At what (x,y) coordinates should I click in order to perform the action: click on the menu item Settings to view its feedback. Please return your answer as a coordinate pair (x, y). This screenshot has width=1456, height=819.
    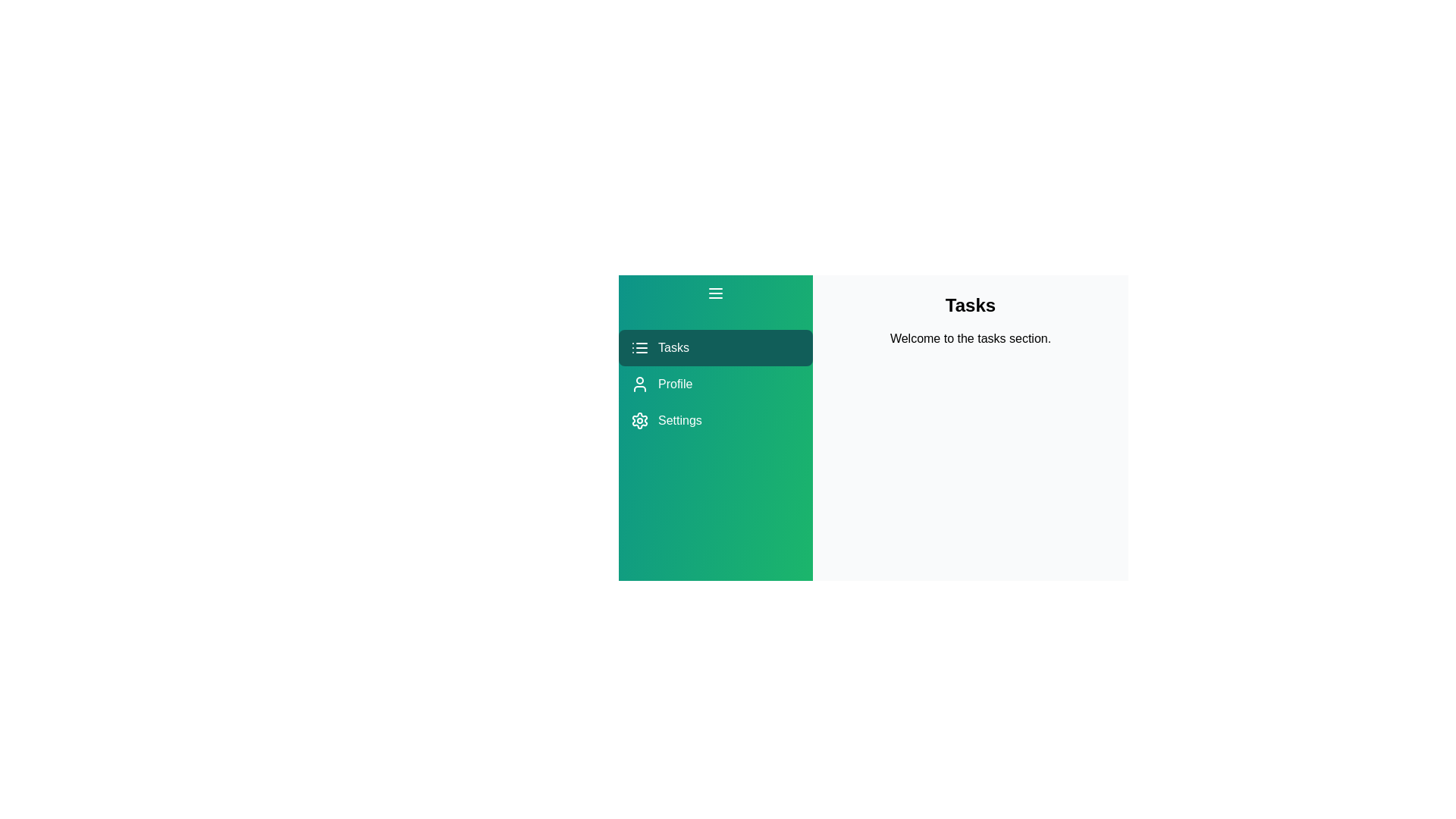
    Looking at the image, I should click on (715, 421).